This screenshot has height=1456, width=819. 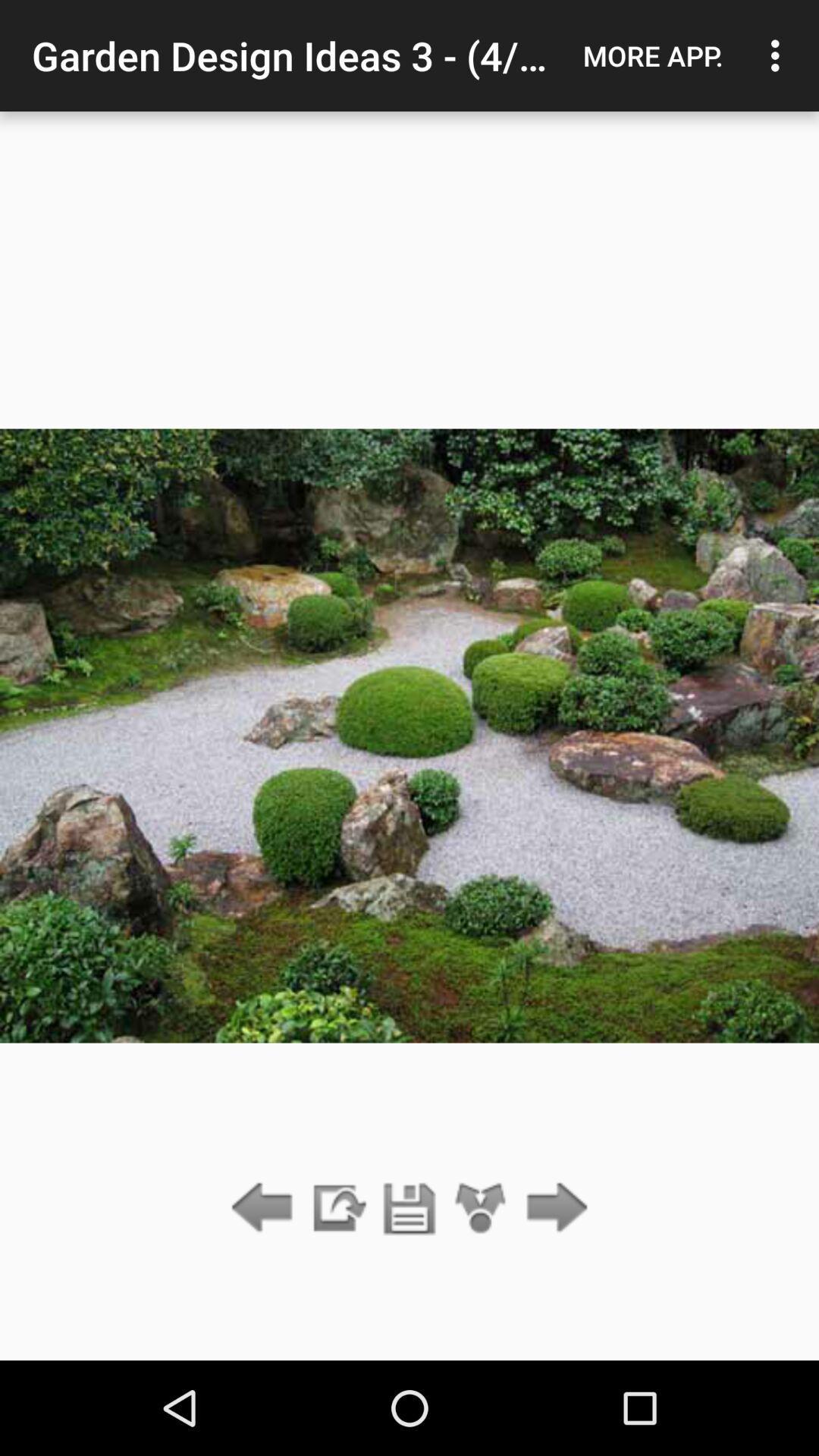 What do you see at coordinates (481, 1208) in the screenshot?
I see `item below garden design ideas app` at bounding box center [481, 1208].